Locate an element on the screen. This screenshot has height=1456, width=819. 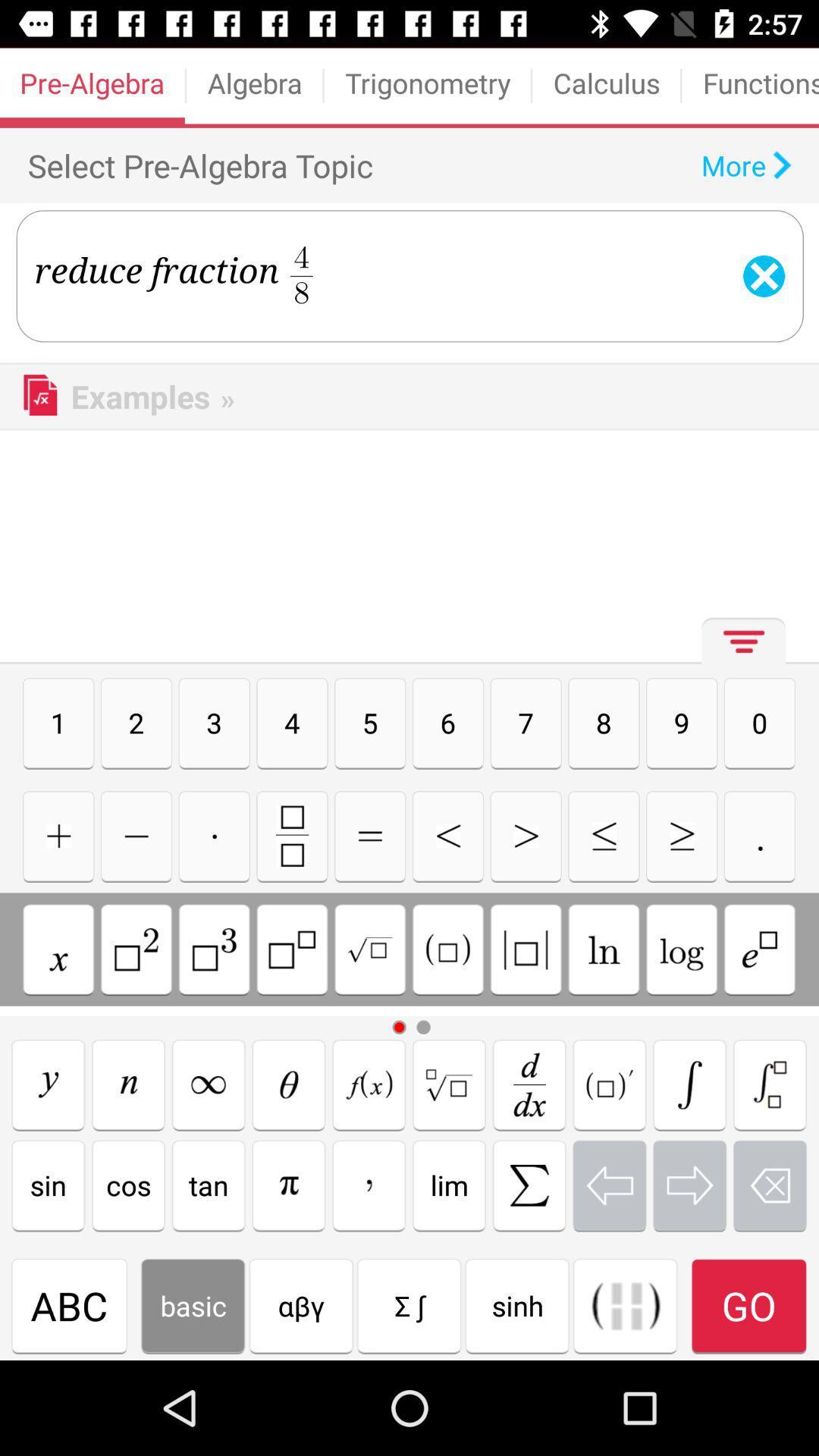
insert brackets is located at coordinates (525, 949).